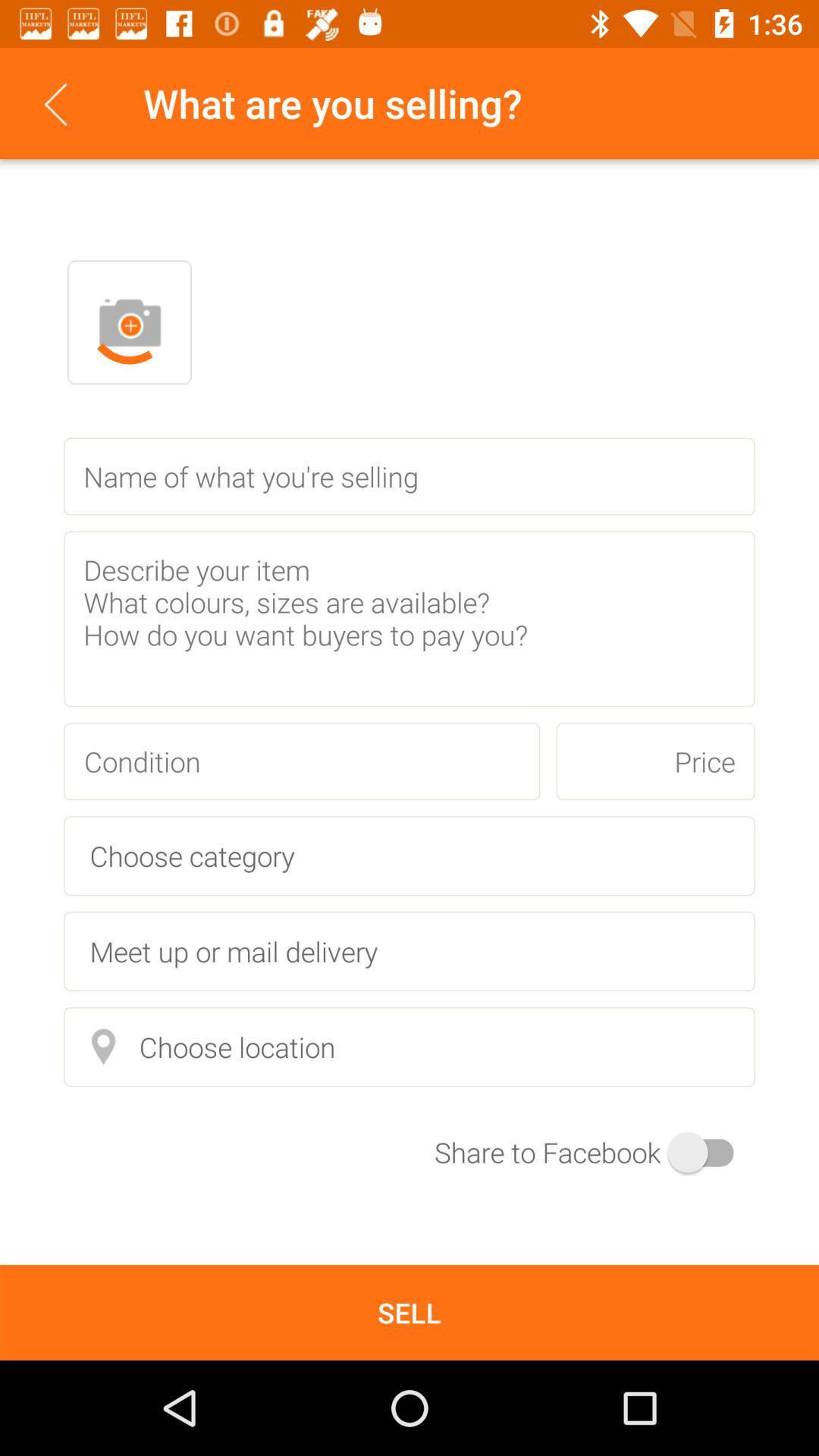 Image resolution: width=819 pixels, height=1456 pixels. Describe the element at coordinates (55, 102) in the screenshot. I see `item to the left of what are you` at that location.